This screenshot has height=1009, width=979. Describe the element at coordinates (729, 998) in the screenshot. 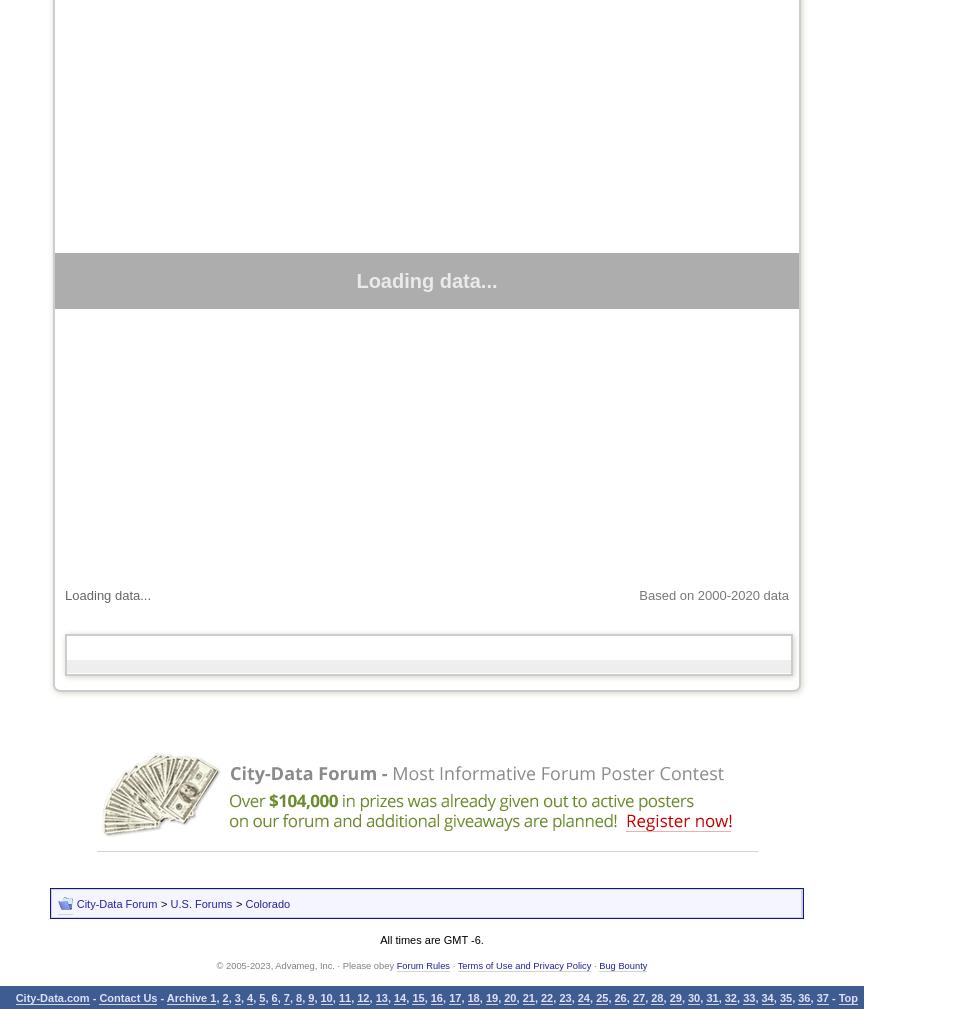

I see `'32'` at that location.